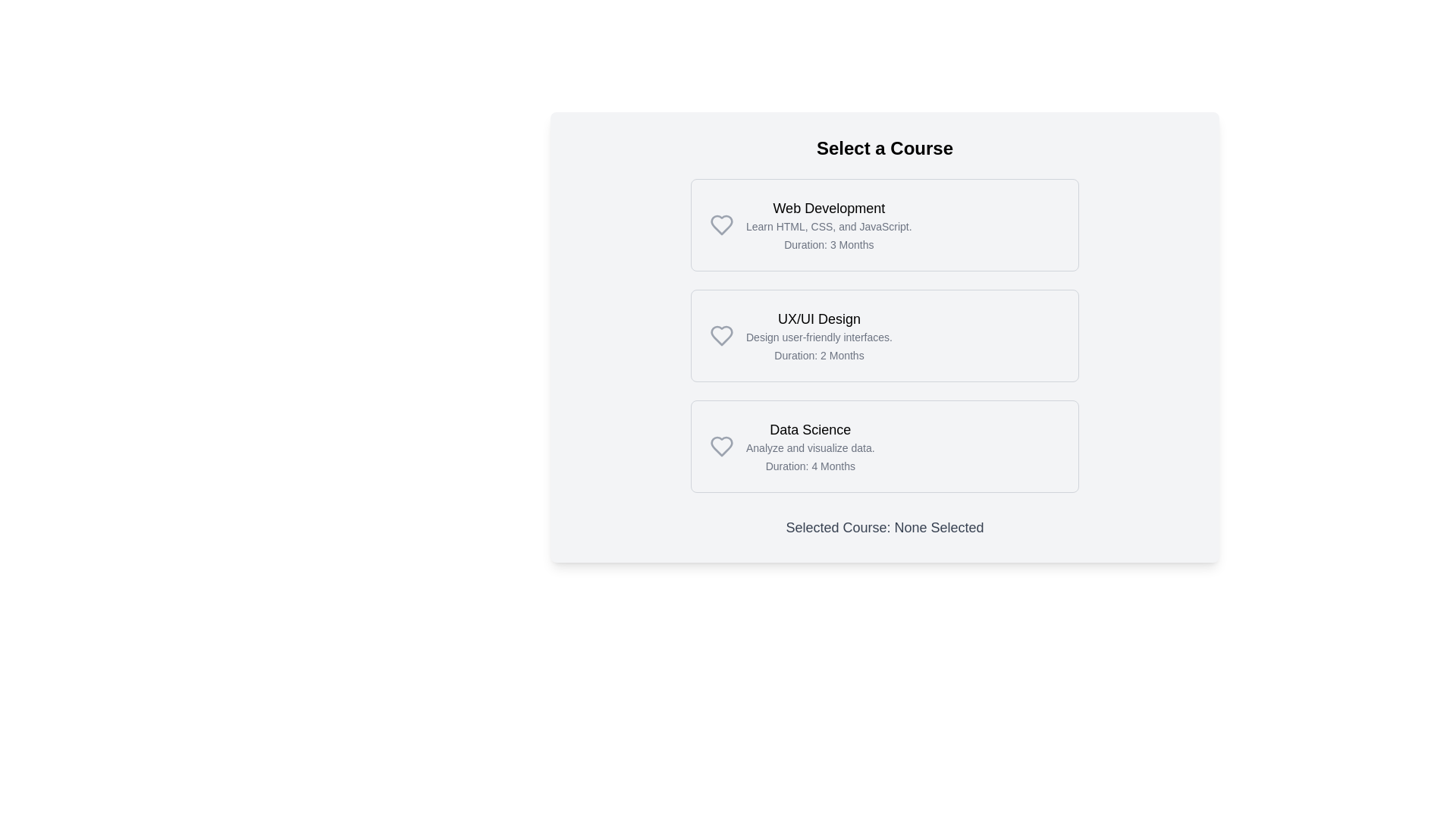 The width and height of the screenshot is (1456, 819). What do you see at coordinates (720, 335) in the screenshot?
I see `the heart-shaped icon, which has a gray outline and is positioned to the left of the 'UX/UI Design' course title in the second box of a vertical list` at bounding box center [720, 335].